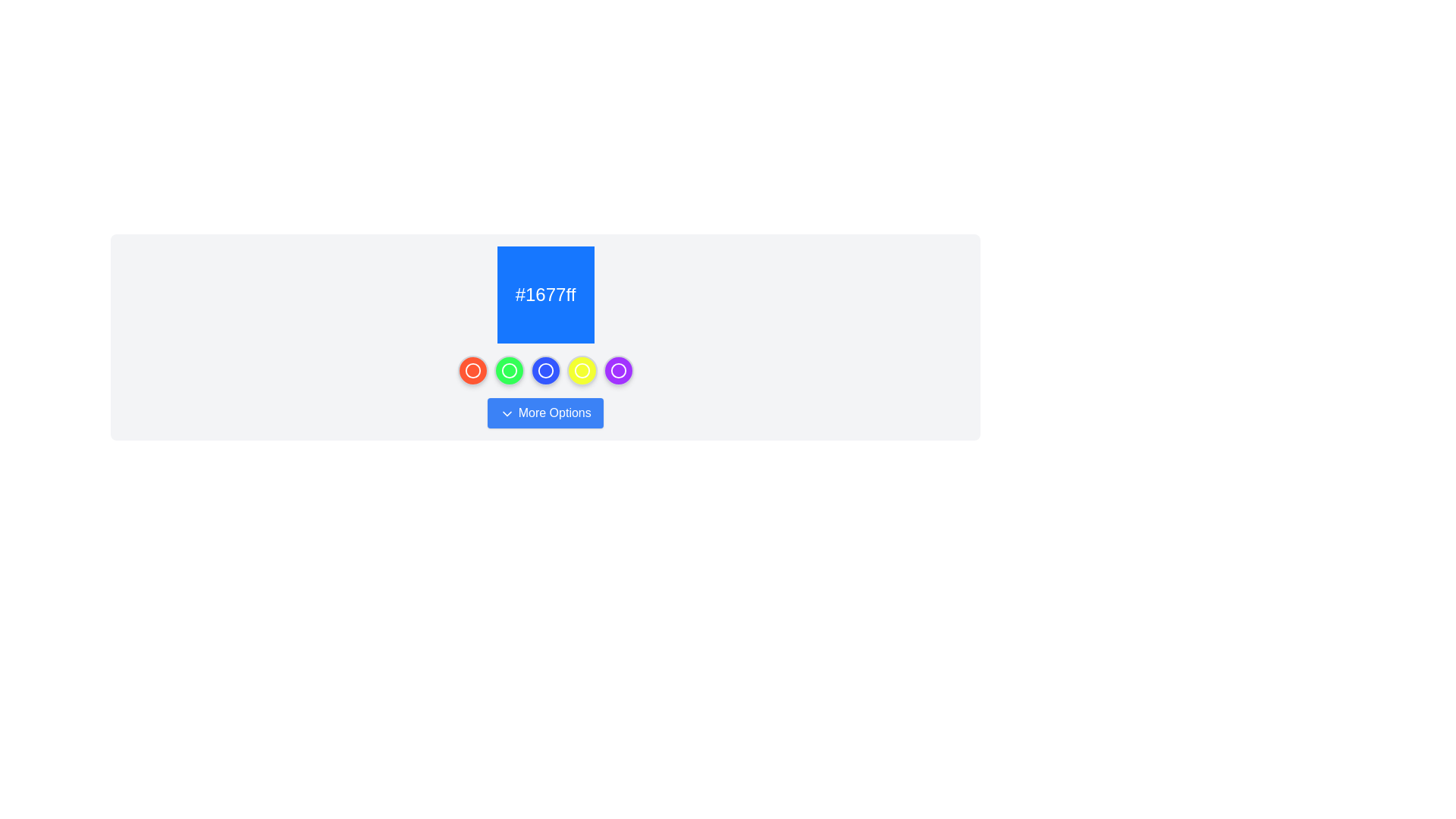 The height and width of the screenshot is (819, 1456). I want to click on the fourth circular icon from left to right, so click(581, 371).